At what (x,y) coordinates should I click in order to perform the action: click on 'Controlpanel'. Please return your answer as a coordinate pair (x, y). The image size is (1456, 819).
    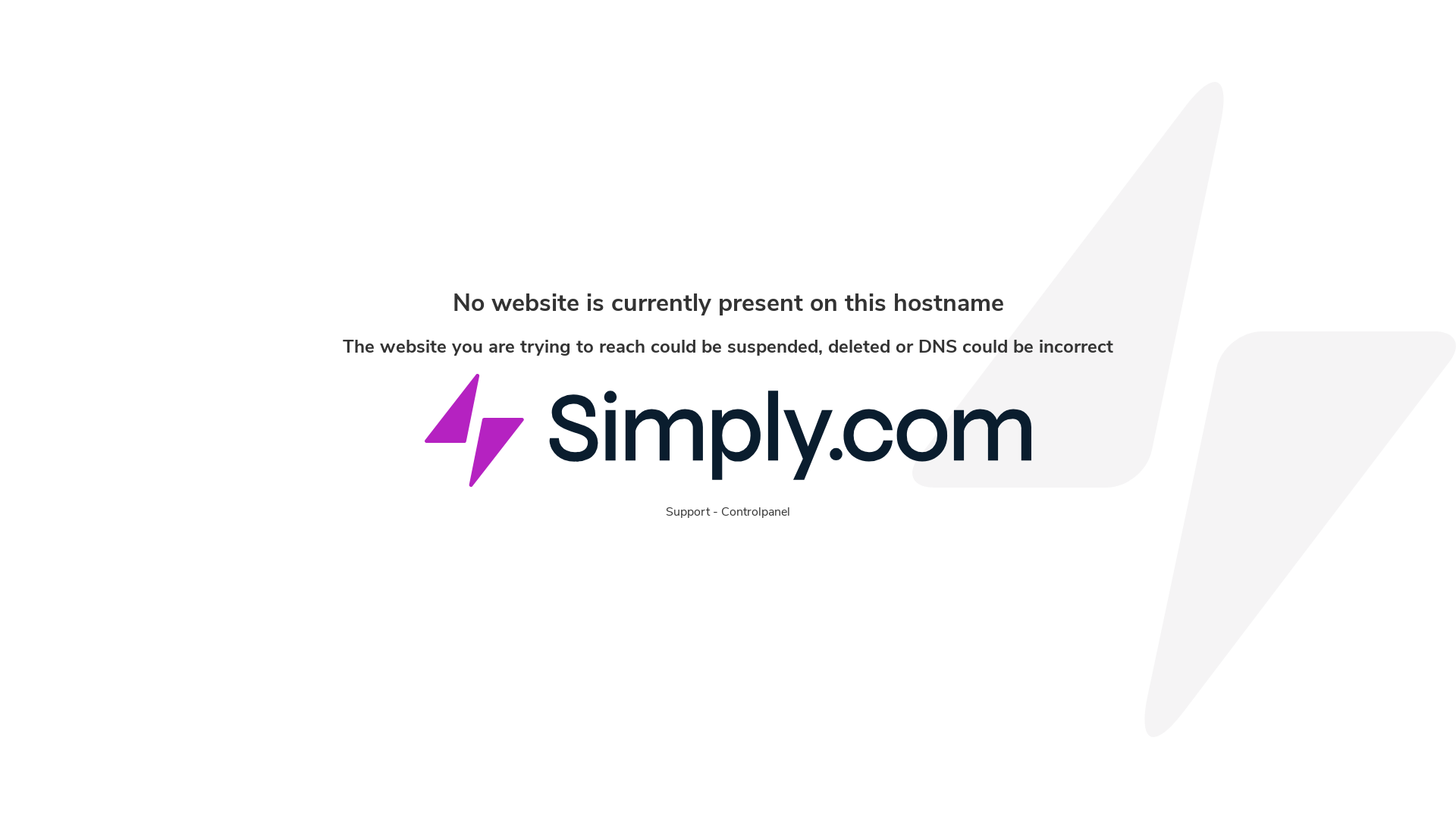
    Looking at the image, I should click on (755, 512).